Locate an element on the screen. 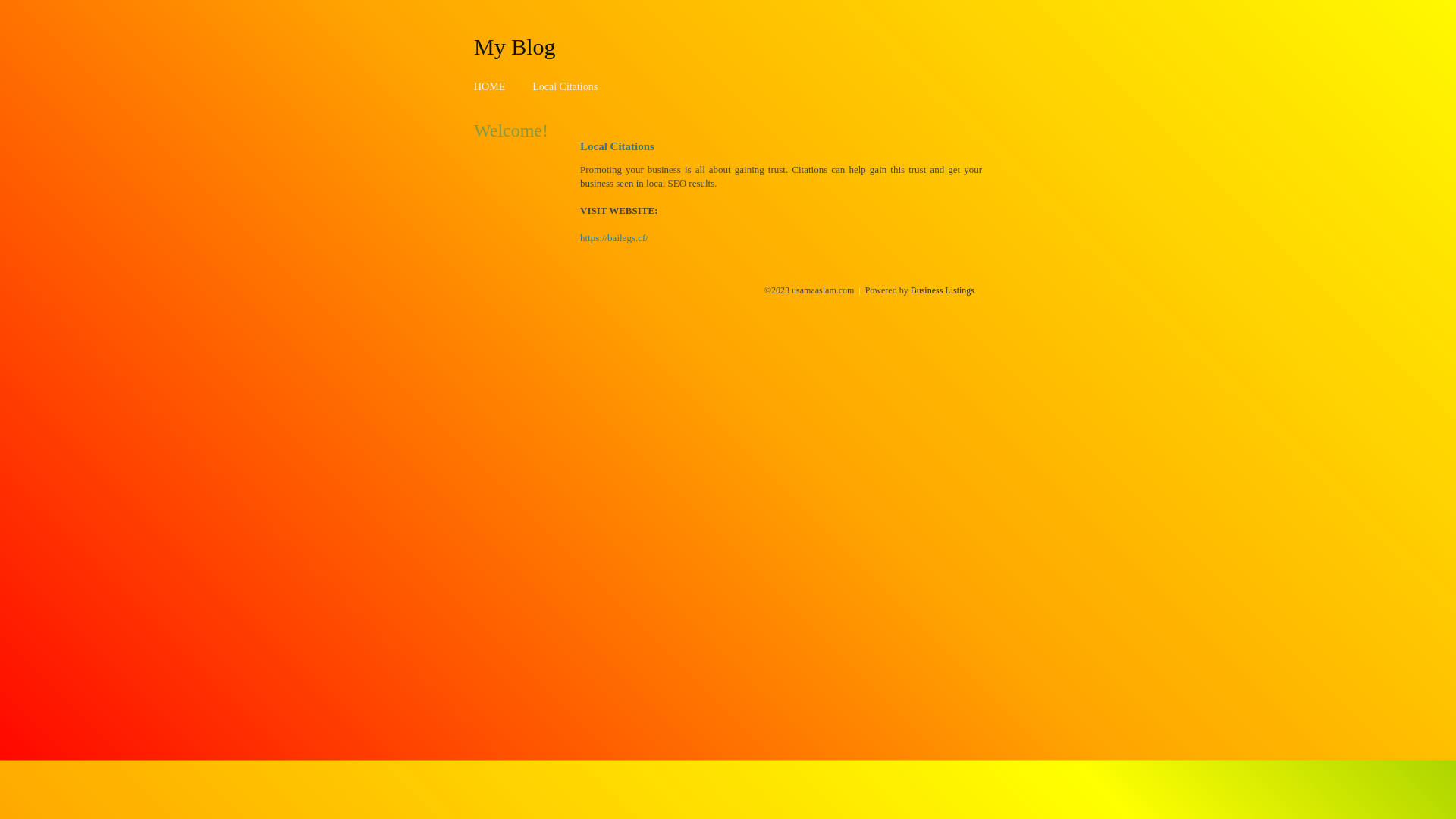 This screenshot has width=1456, height=819. 'Local Citations' is located at coordinates (563, 86).